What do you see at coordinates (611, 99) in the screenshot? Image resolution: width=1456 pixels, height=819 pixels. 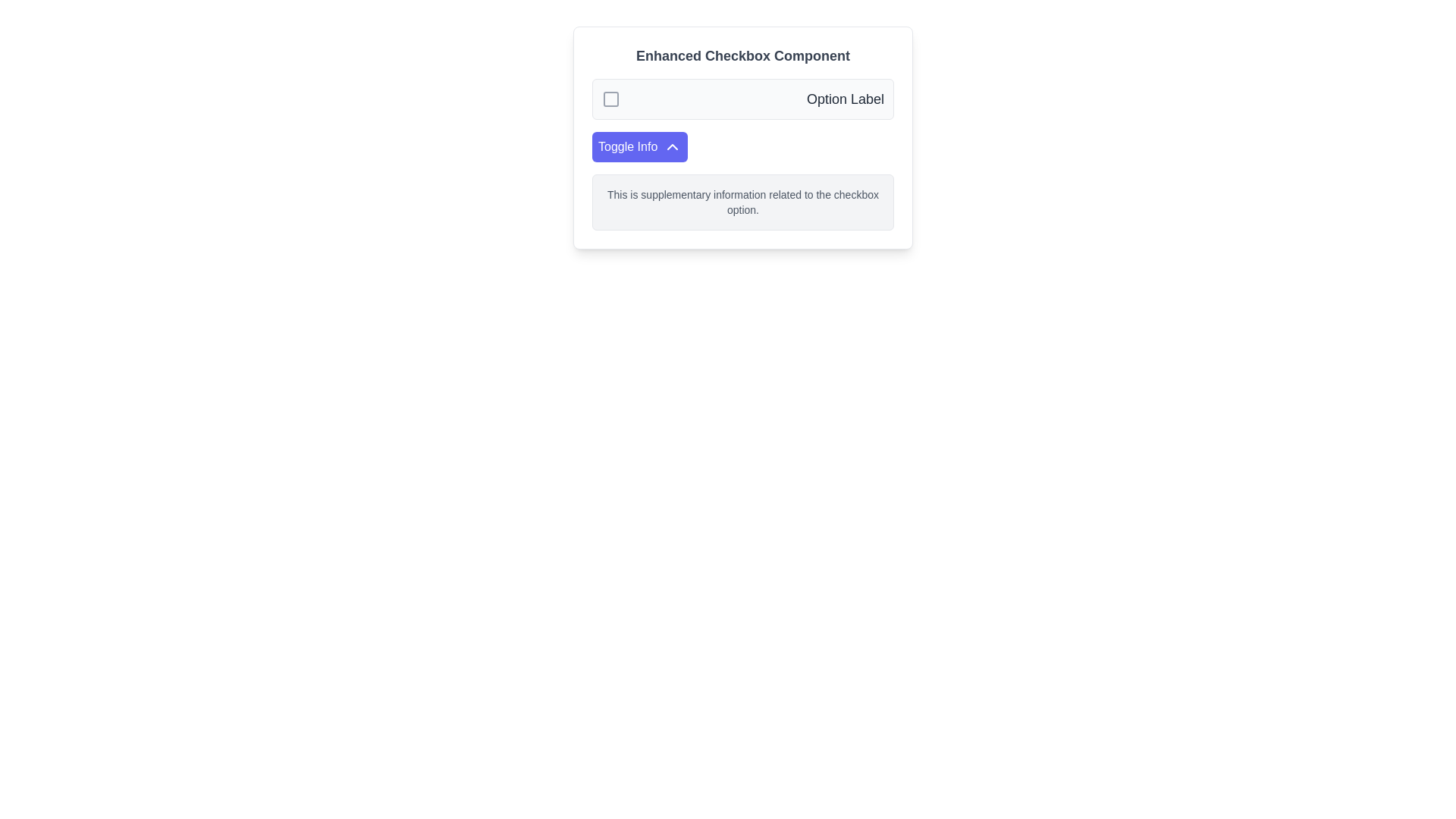 I see `the unselected checkbox icon with a gray outline located to the left of the 'Option Label'` at bounding box center [611, 99].